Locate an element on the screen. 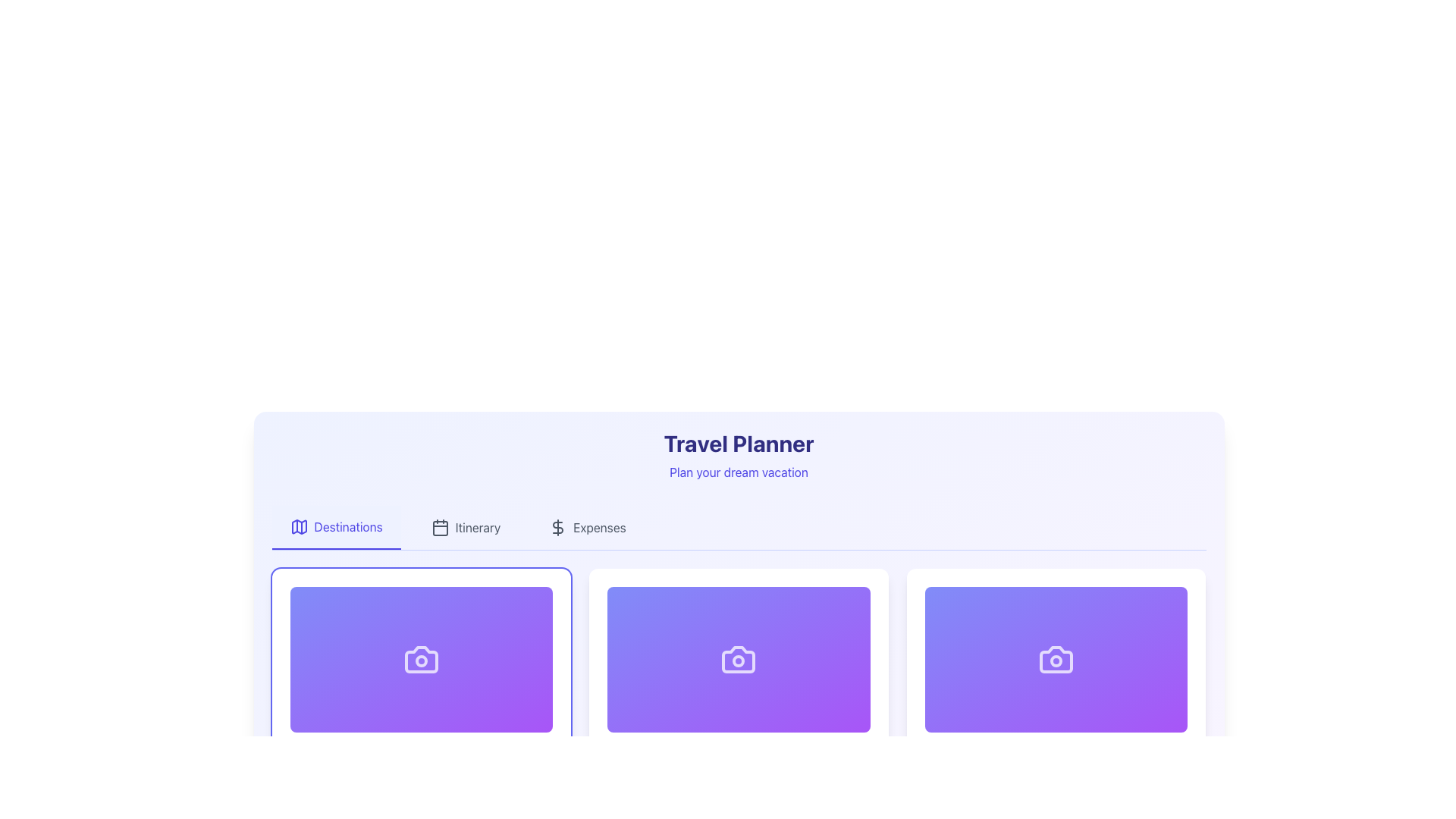  the camera icon with a gradient purple color and white details, located in the second tile from the left under the 'Travel Planner' header is located at coordinates (1056, 659).